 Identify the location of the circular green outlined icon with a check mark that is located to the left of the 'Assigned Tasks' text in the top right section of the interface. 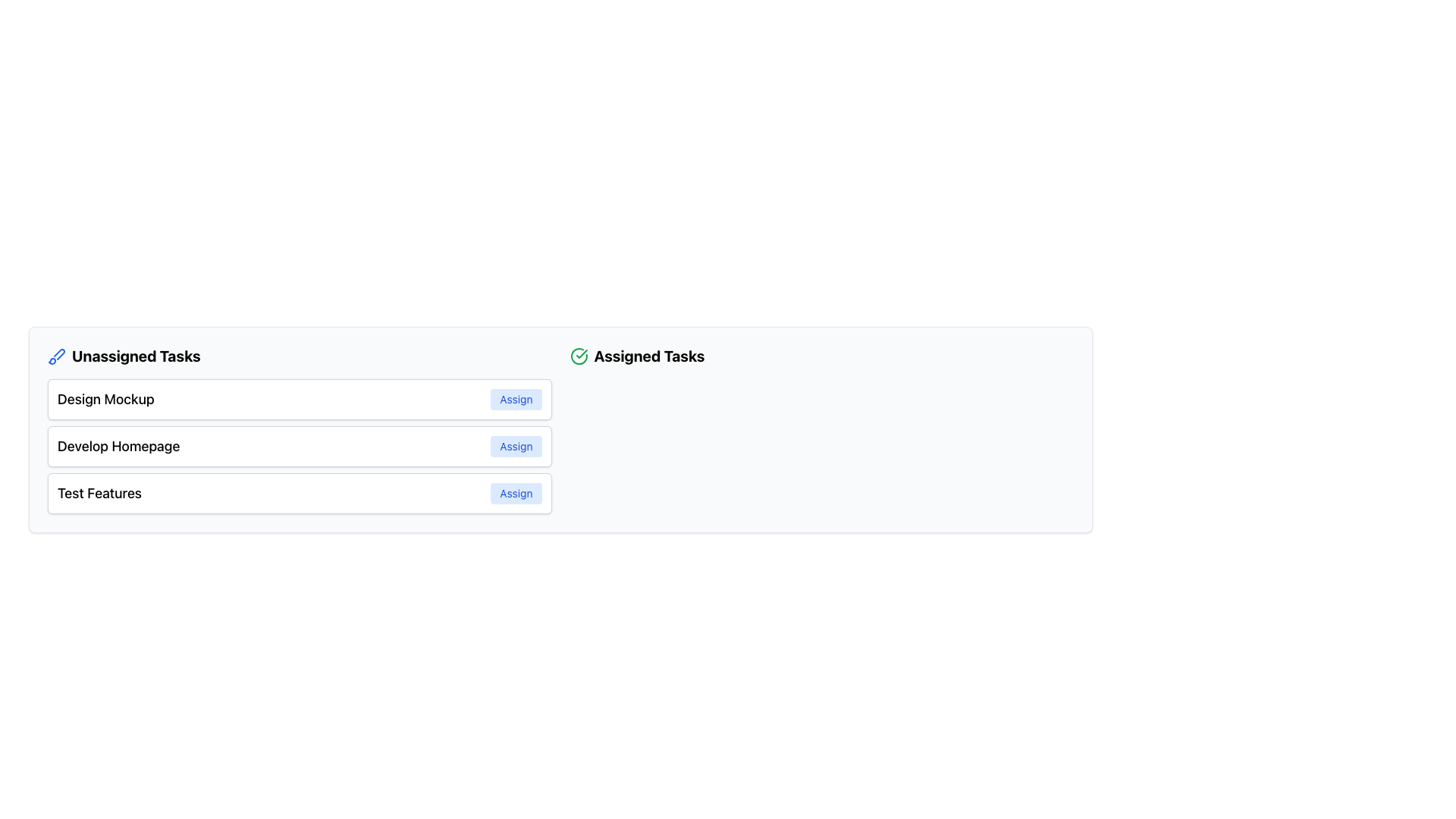
(578, 356).